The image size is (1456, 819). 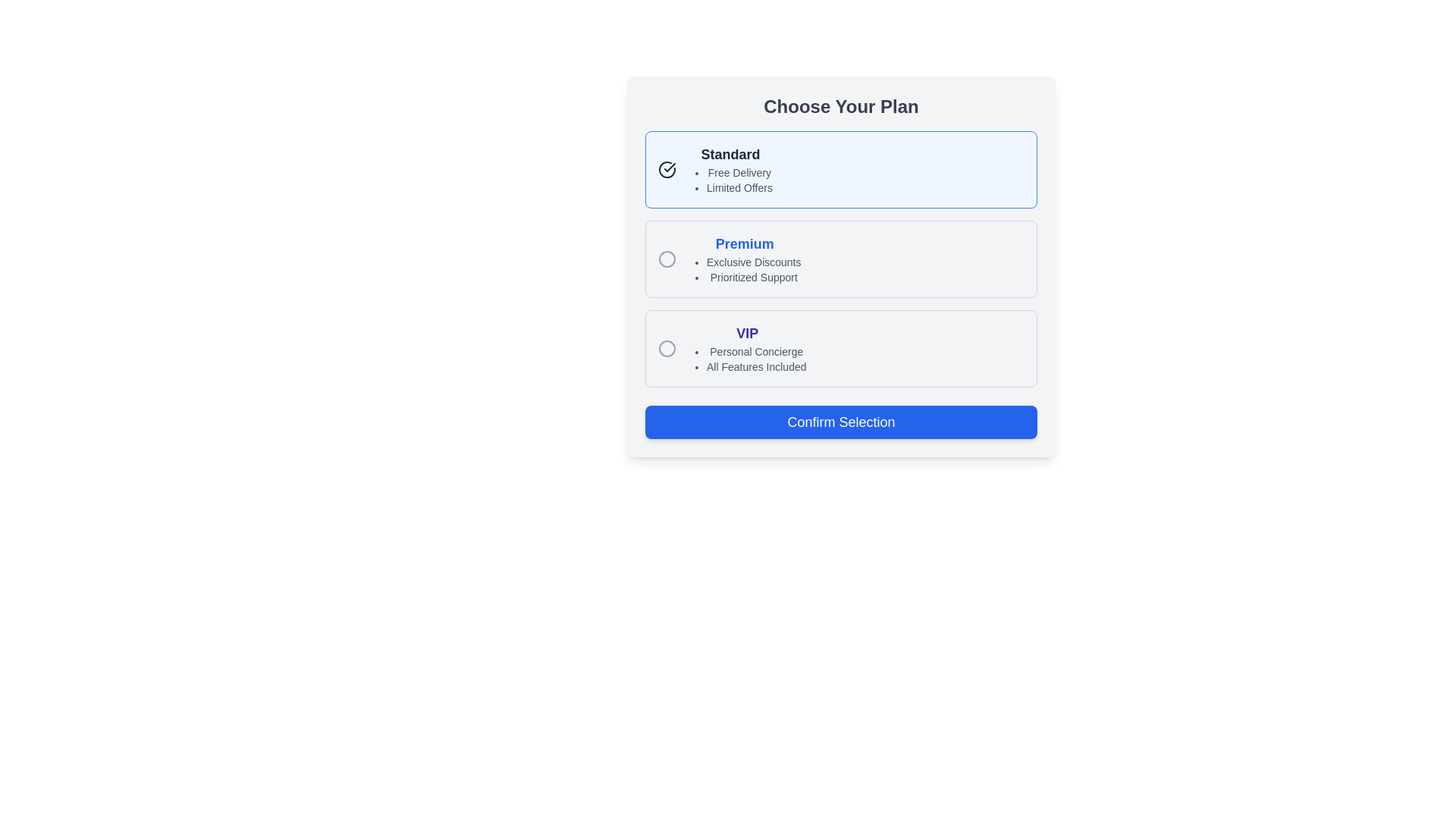 I want to click on the text 'All Features Included' which is the second item in the bulleted list under the 'VIP' subscription option, so click(x=756, y=366).